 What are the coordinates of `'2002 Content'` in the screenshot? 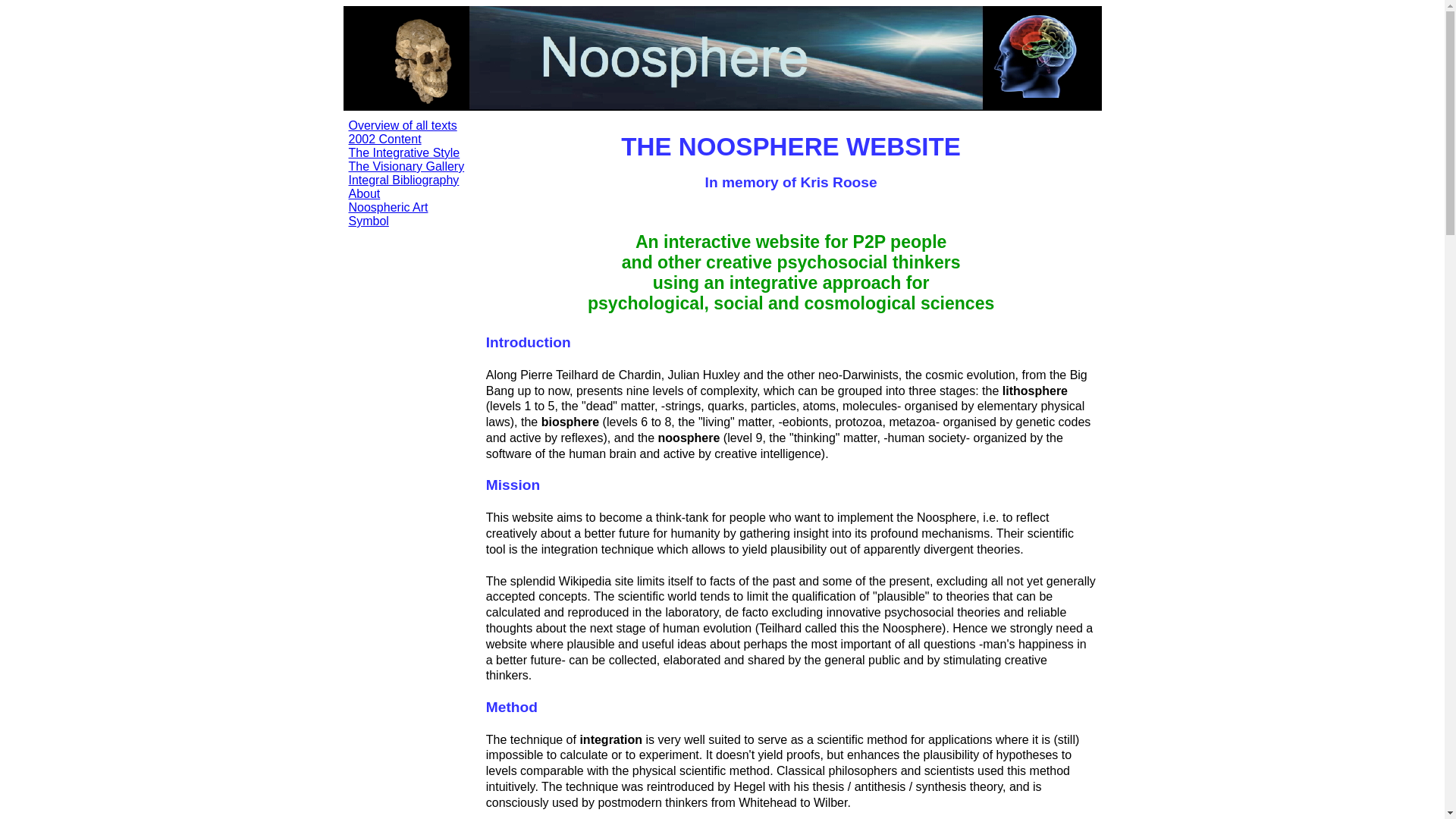 It's located at (348, 139).